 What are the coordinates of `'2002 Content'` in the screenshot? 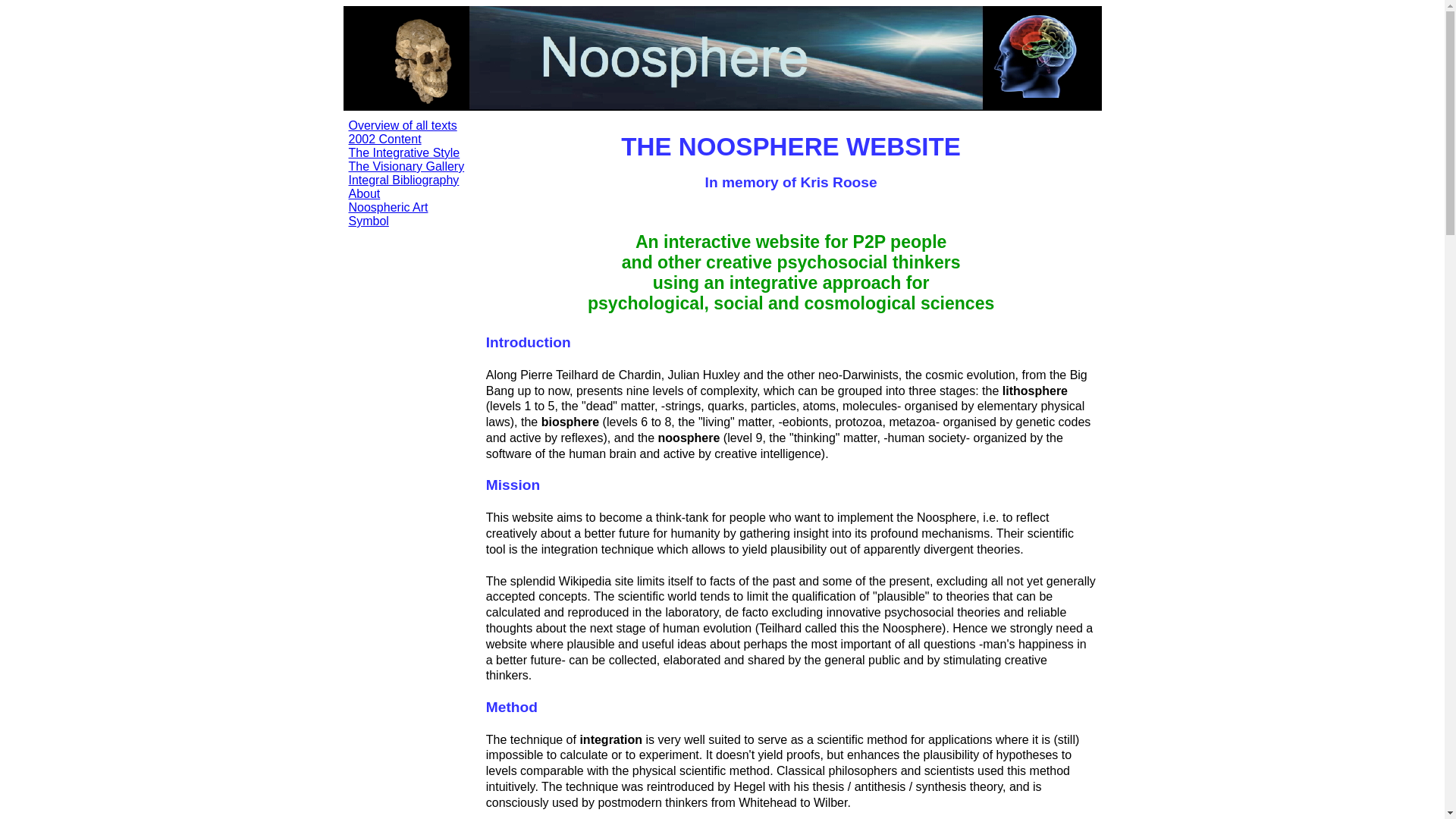 It's located at (348, 139).